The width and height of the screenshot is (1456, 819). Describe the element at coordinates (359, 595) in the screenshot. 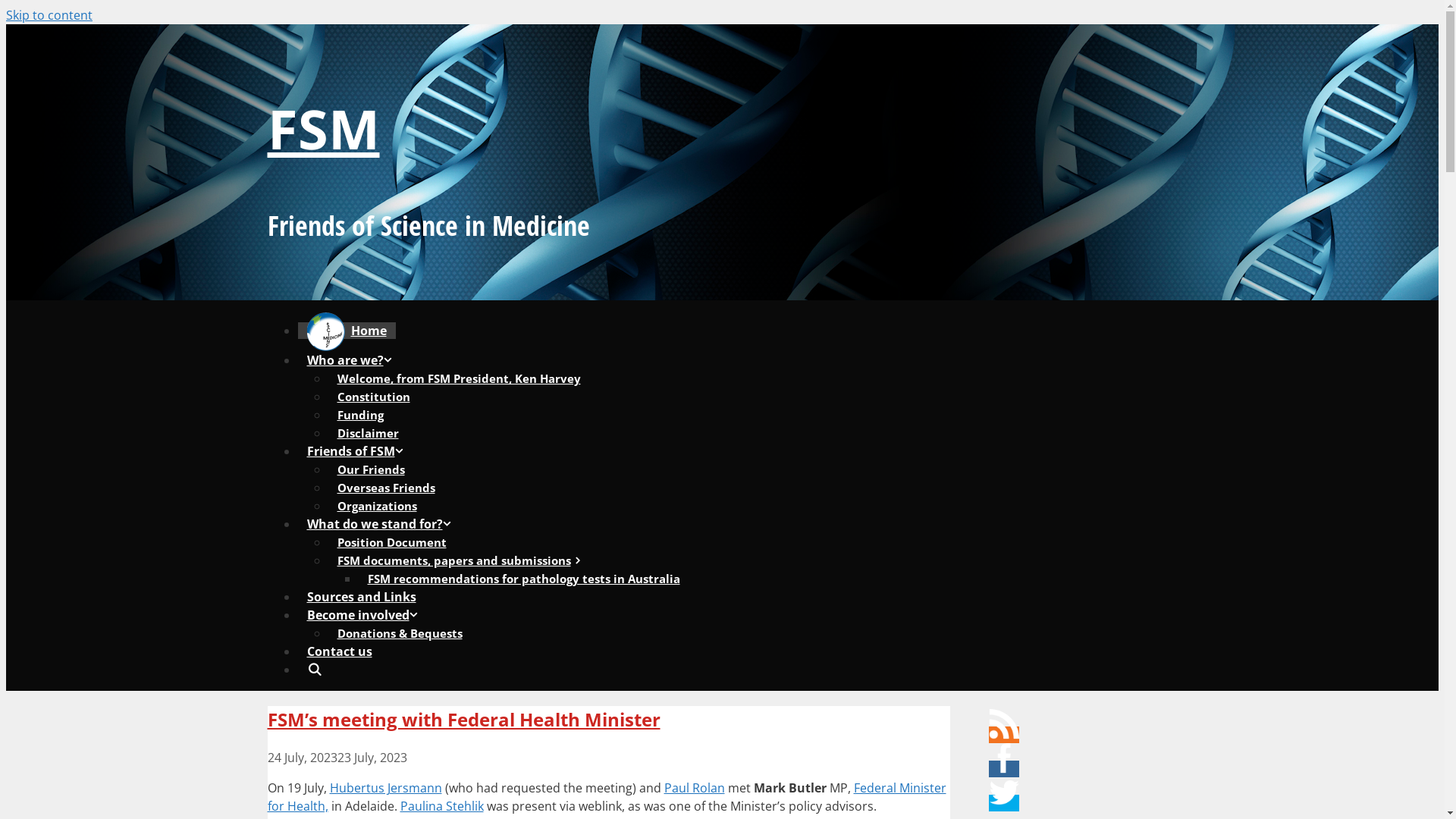

I see `'Sources and Links'` at that location.